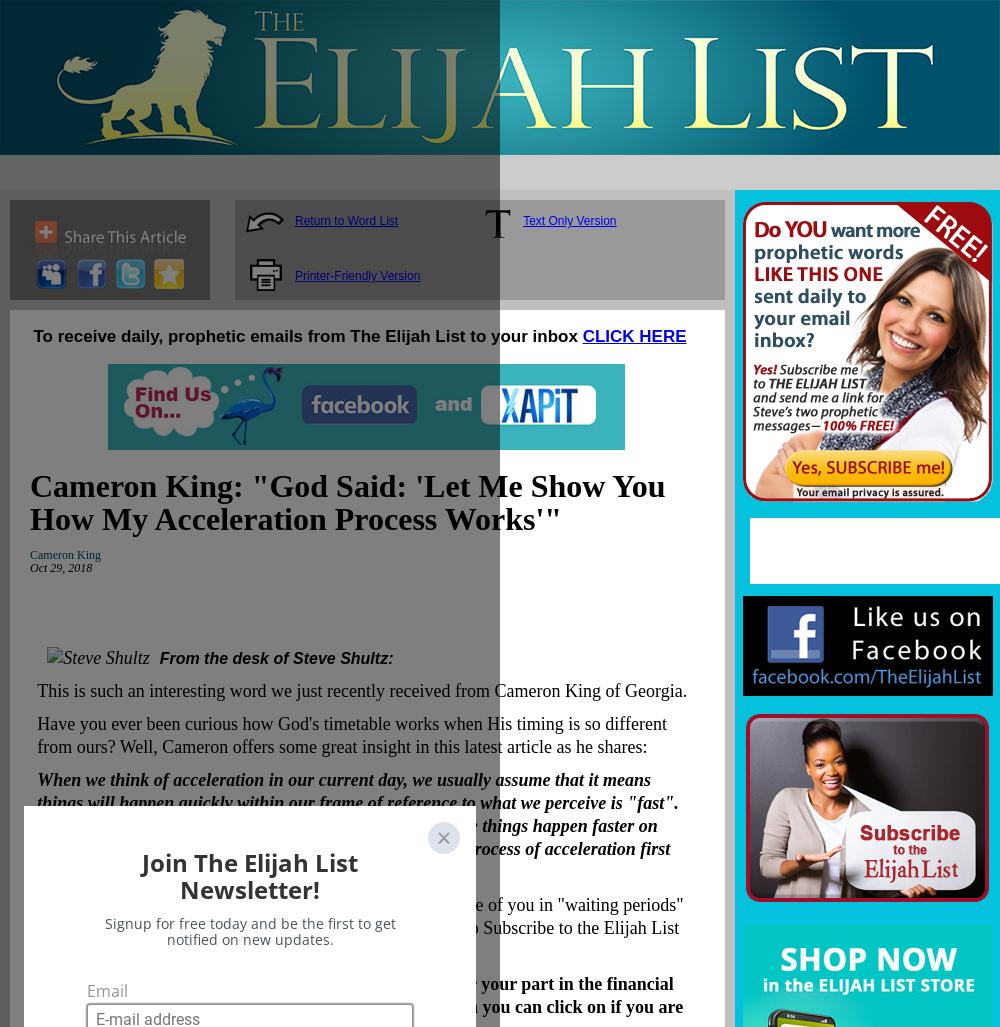  Describe the element at coordinates (64, 98) in the screenshot. I see `'Search for an Event'` at that location.